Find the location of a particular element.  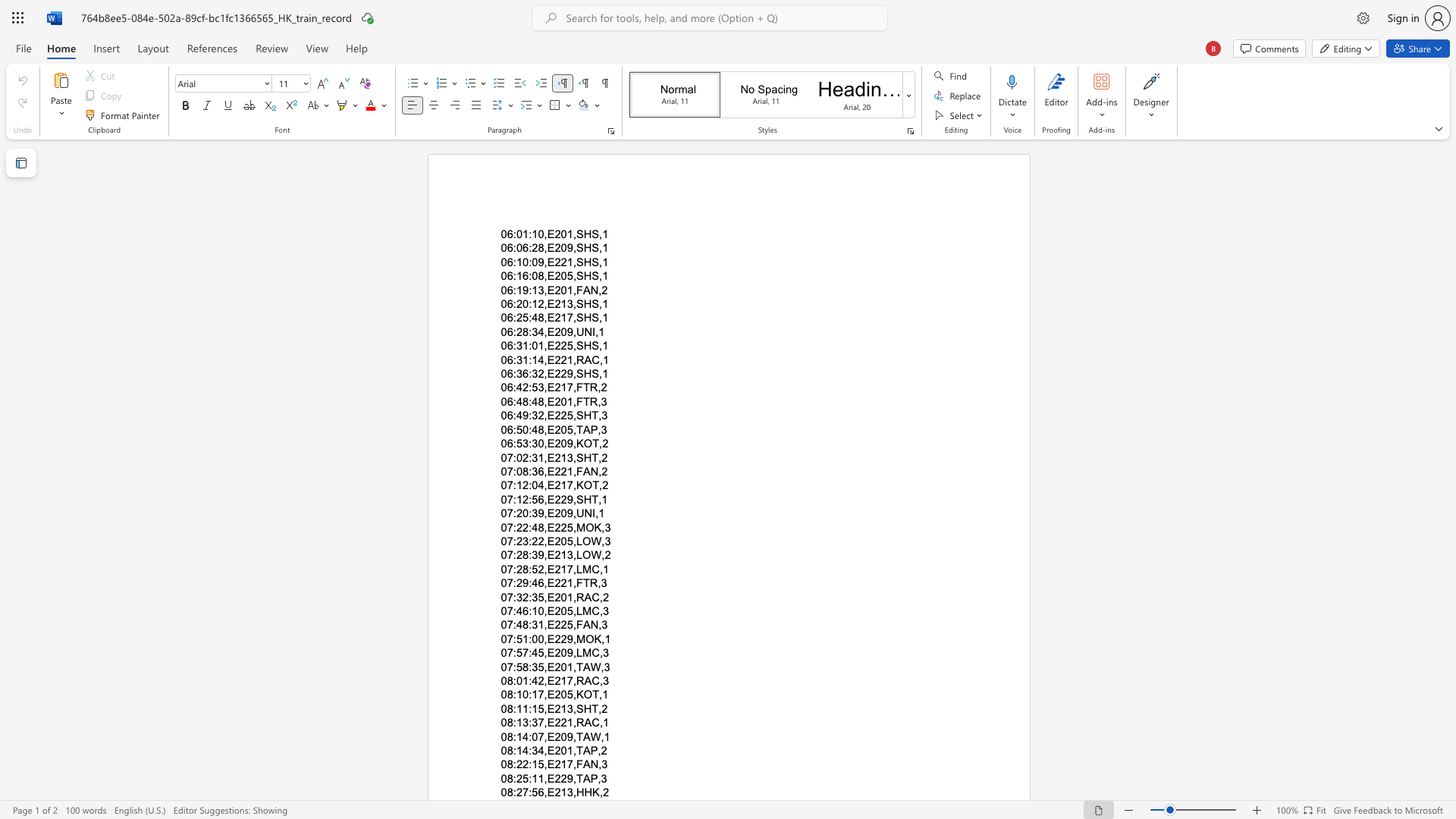

the space between the continuous character "E" and "2" in the text is located at coordinates (553, 416).